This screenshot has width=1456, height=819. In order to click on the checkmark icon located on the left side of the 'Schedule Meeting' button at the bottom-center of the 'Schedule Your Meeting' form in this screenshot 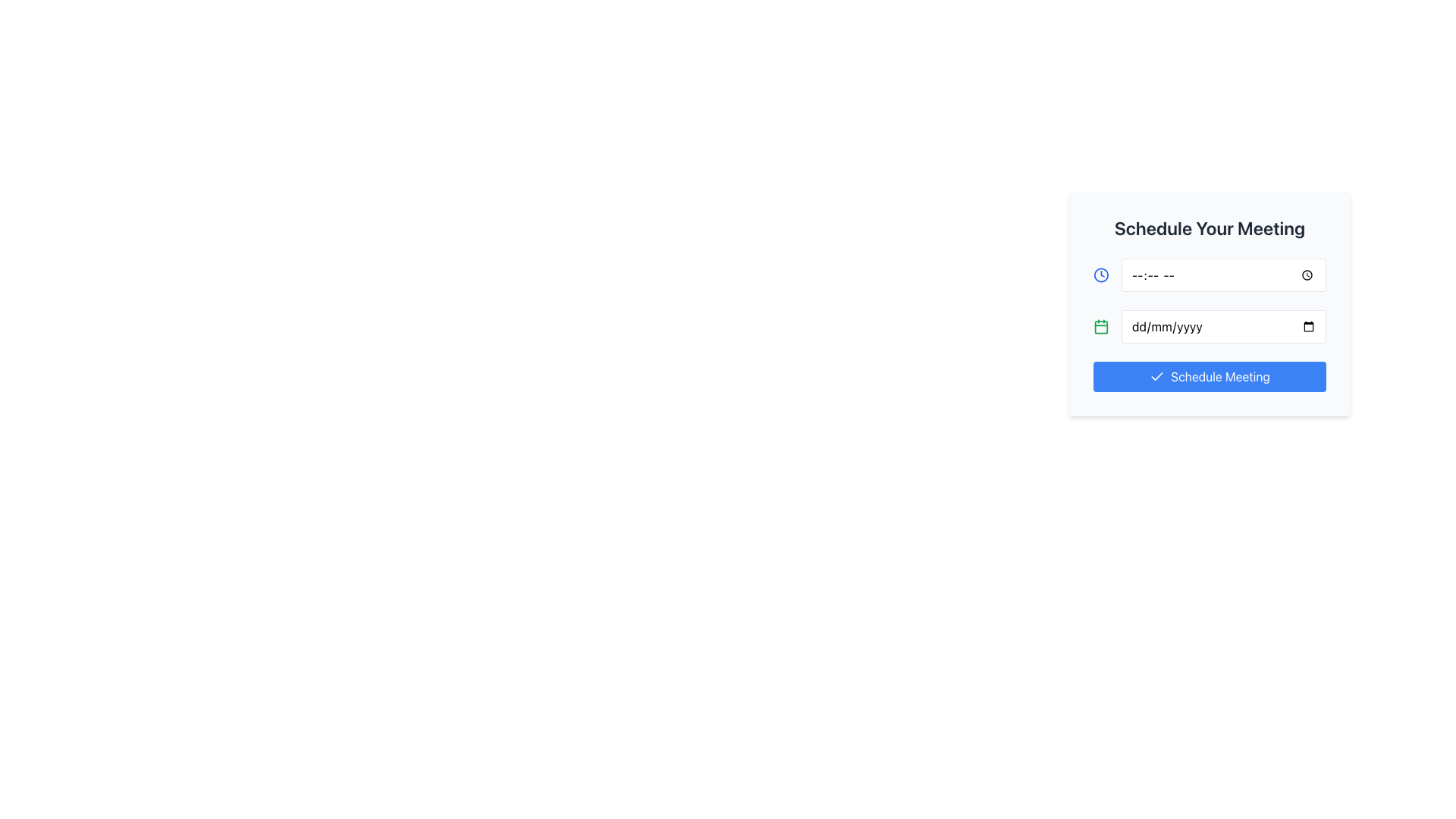, I will do `click(1156, 376)`.